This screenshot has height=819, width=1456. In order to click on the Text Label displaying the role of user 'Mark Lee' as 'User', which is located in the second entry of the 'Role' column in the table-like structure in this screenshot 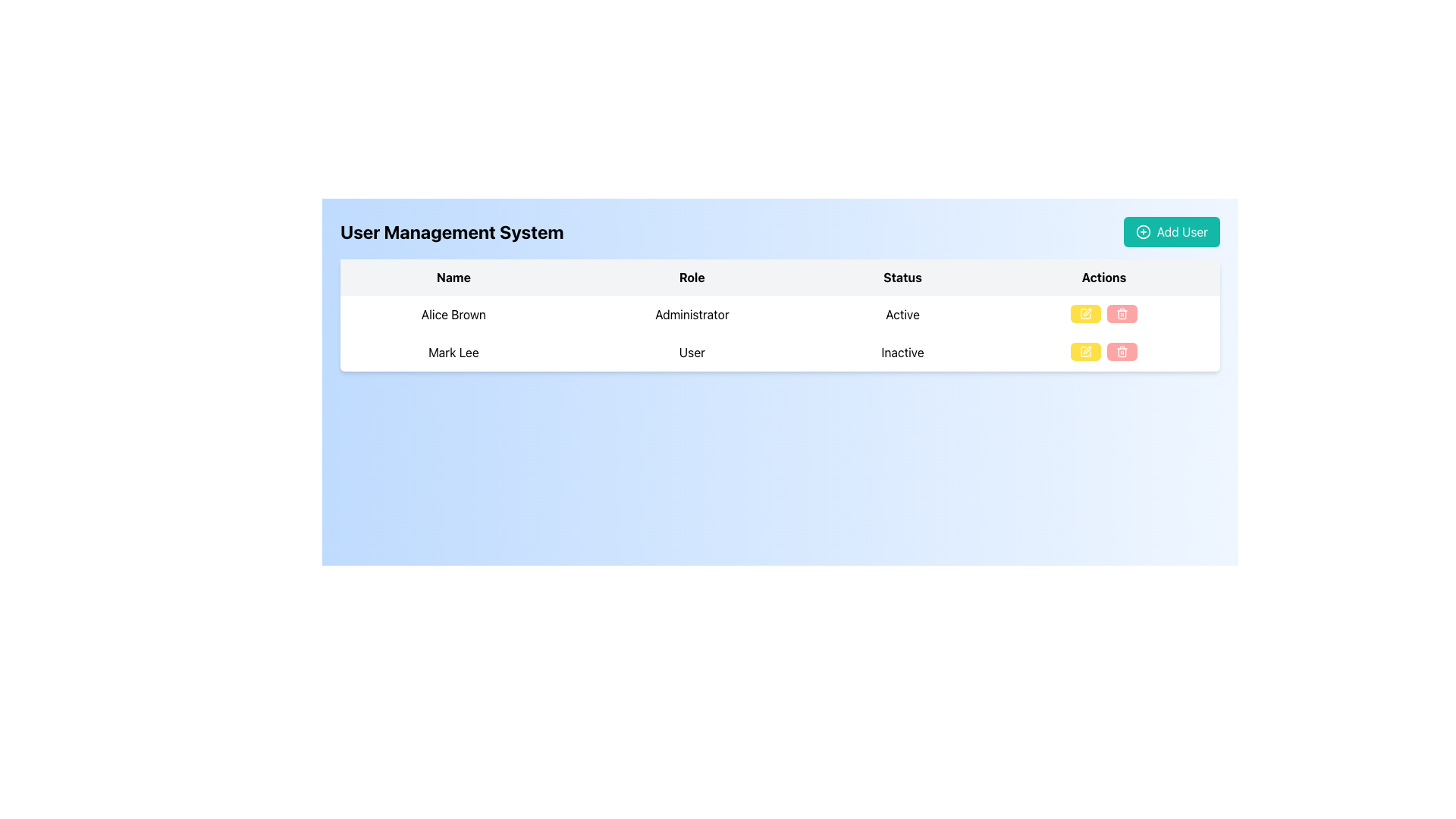, I will do `click(691, 353)`.